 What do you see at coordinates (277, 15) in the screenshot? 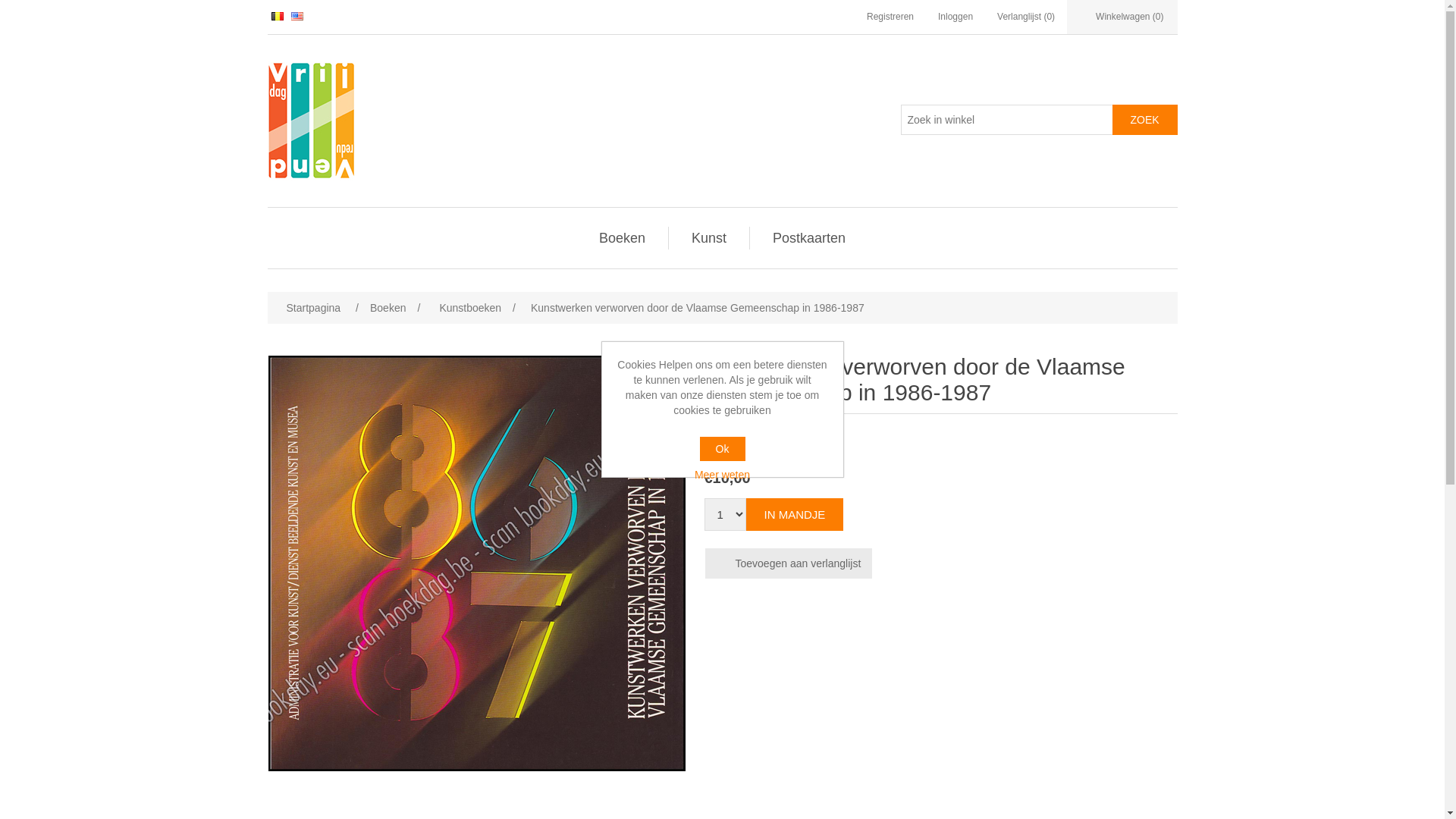
I see `'Nederlands'` at bounding box center [277, 15].